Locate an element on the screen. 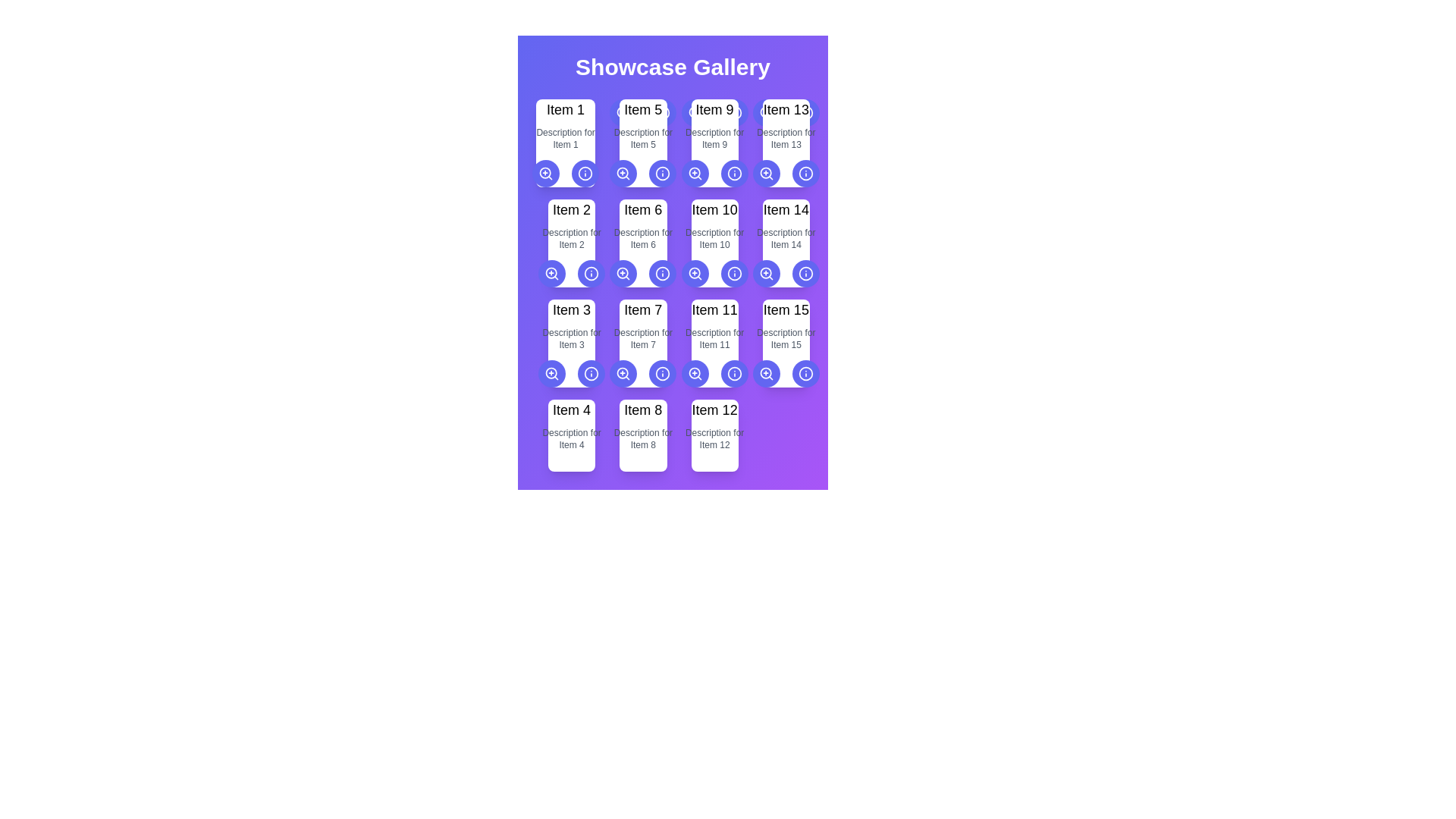 Image resolution: width=1456 pixels, height=819 pixels. the circular information button located at the bottom right of the card labeled 'Item 2' is located at coordinates (571, 242).